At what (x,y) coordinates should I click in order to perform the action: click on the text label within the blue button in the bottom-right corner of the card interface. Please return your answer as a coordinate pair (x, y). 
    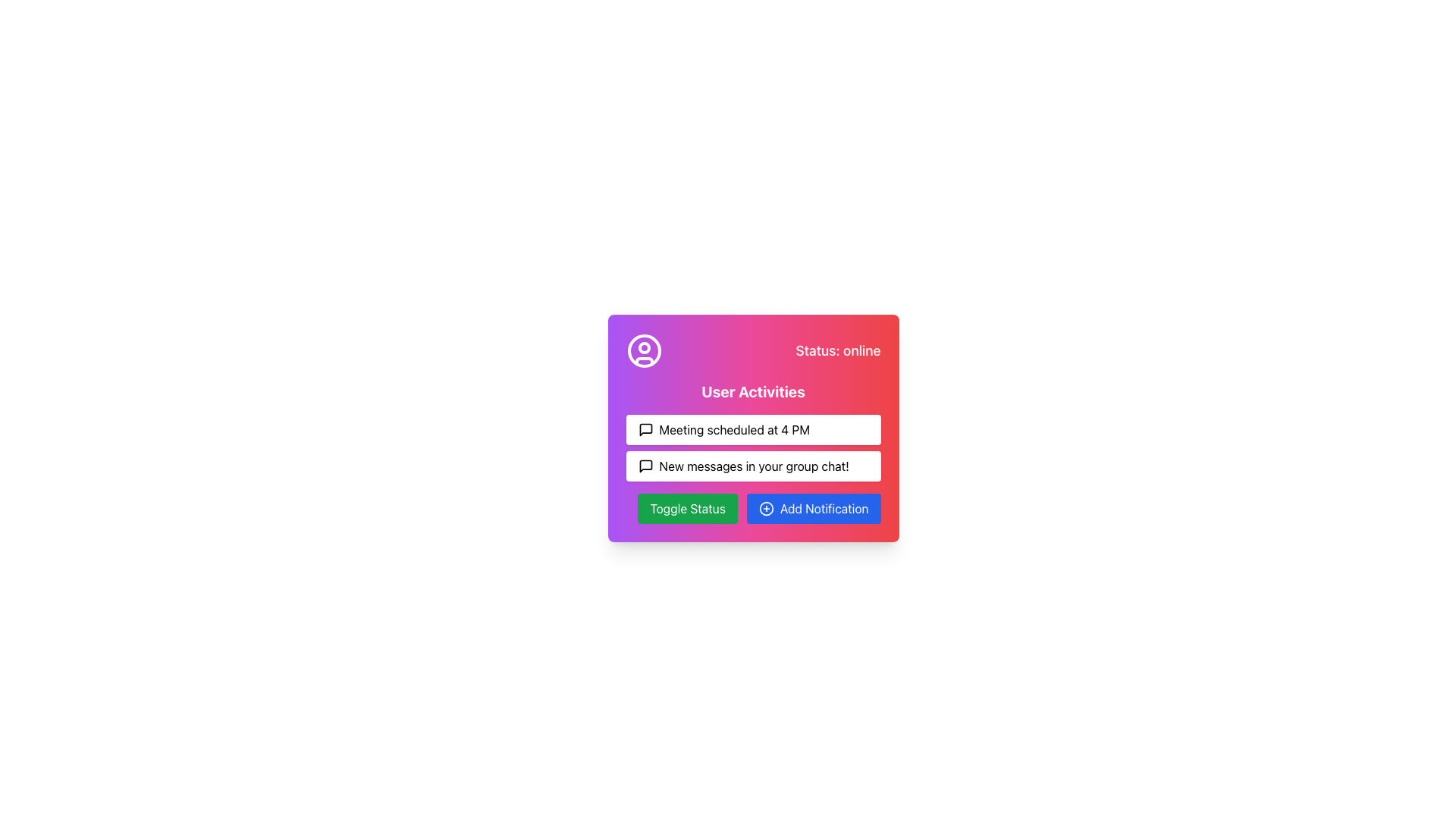
    Looking at the image, I should click on (824, 509).